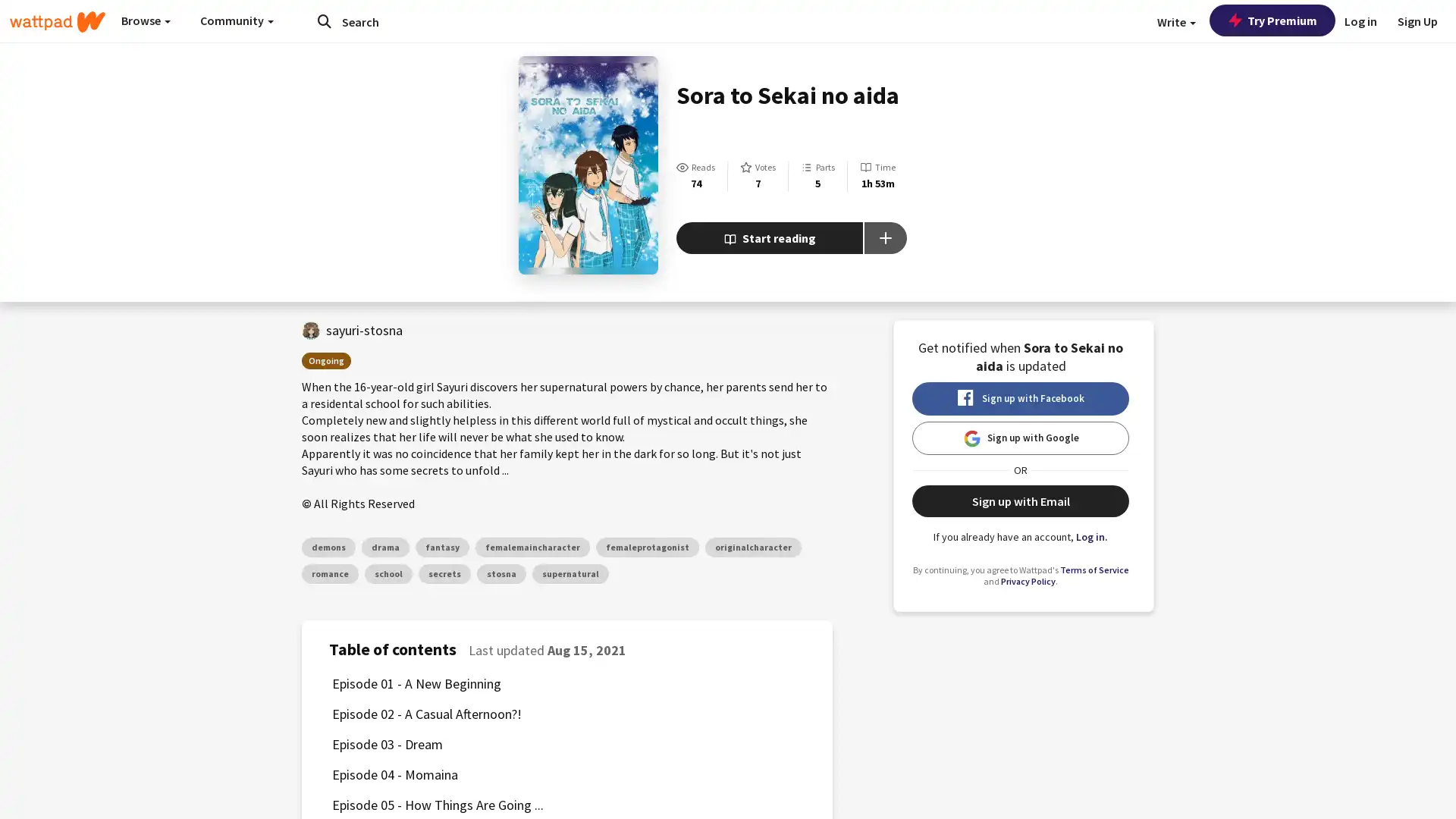  I want to click on Log in., so click(1092, 536).